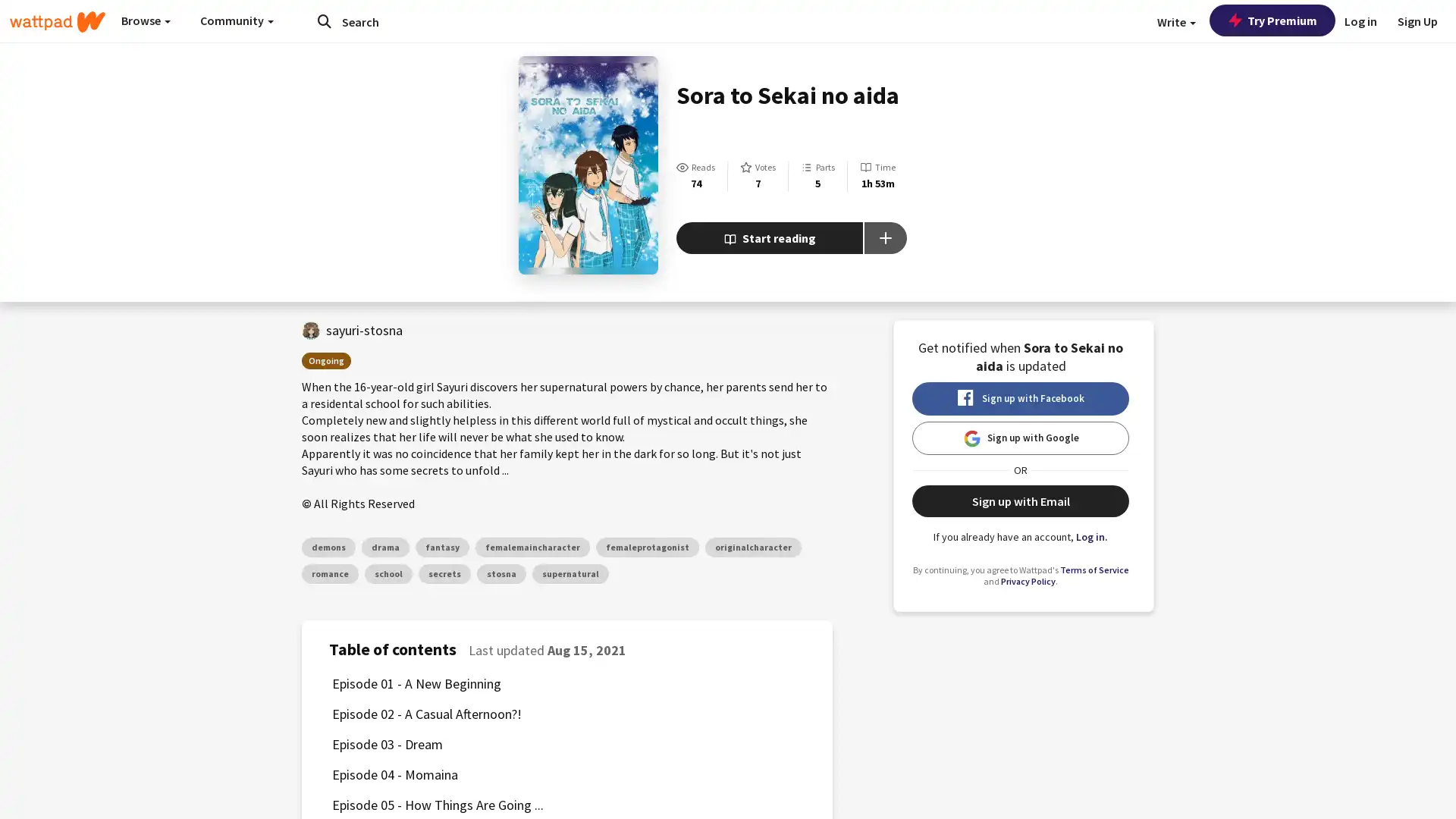  I want to click on Log in., so click(1092, 536).